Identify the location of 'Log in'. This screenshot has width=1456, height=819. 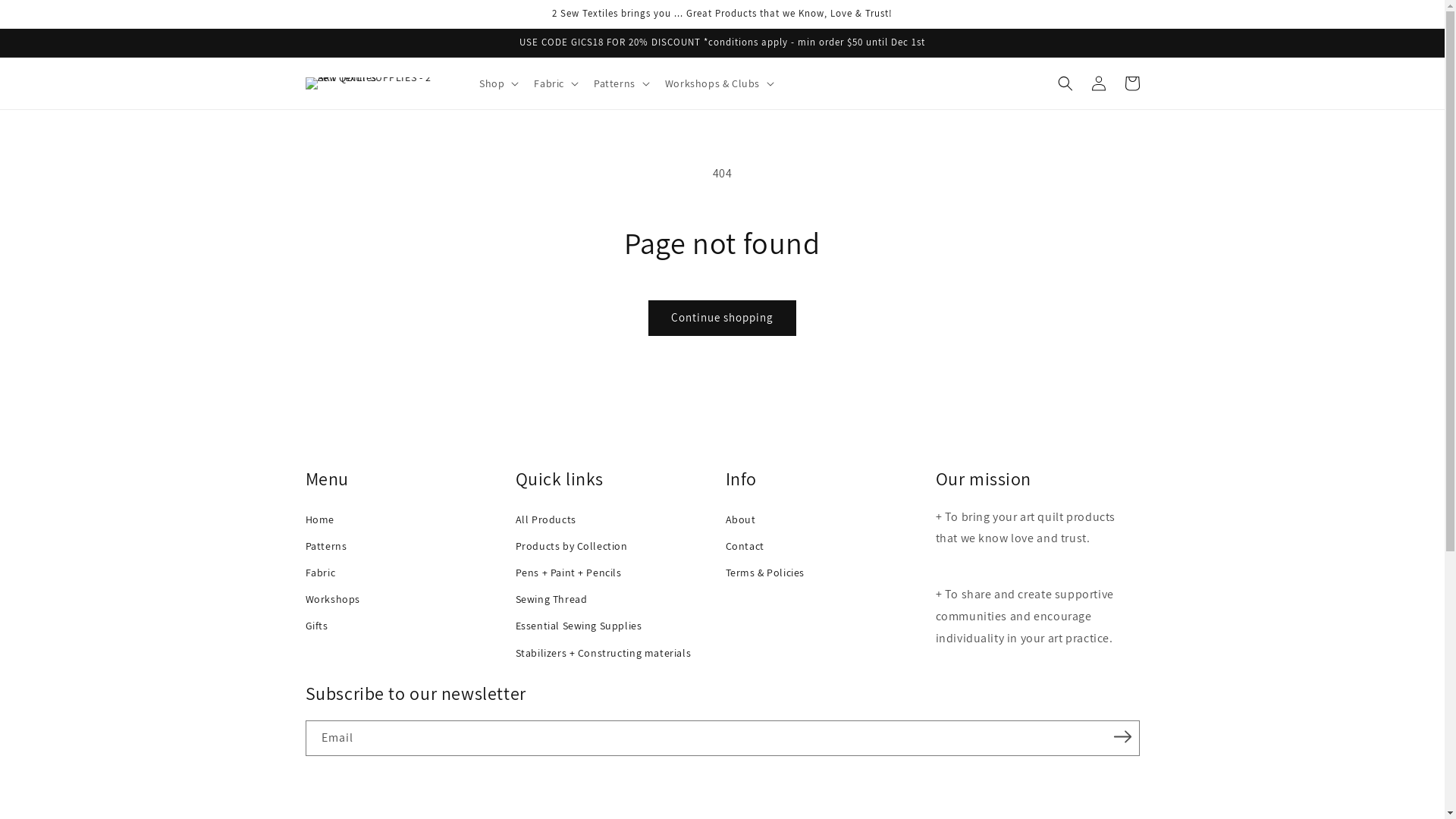
(1098, 83).